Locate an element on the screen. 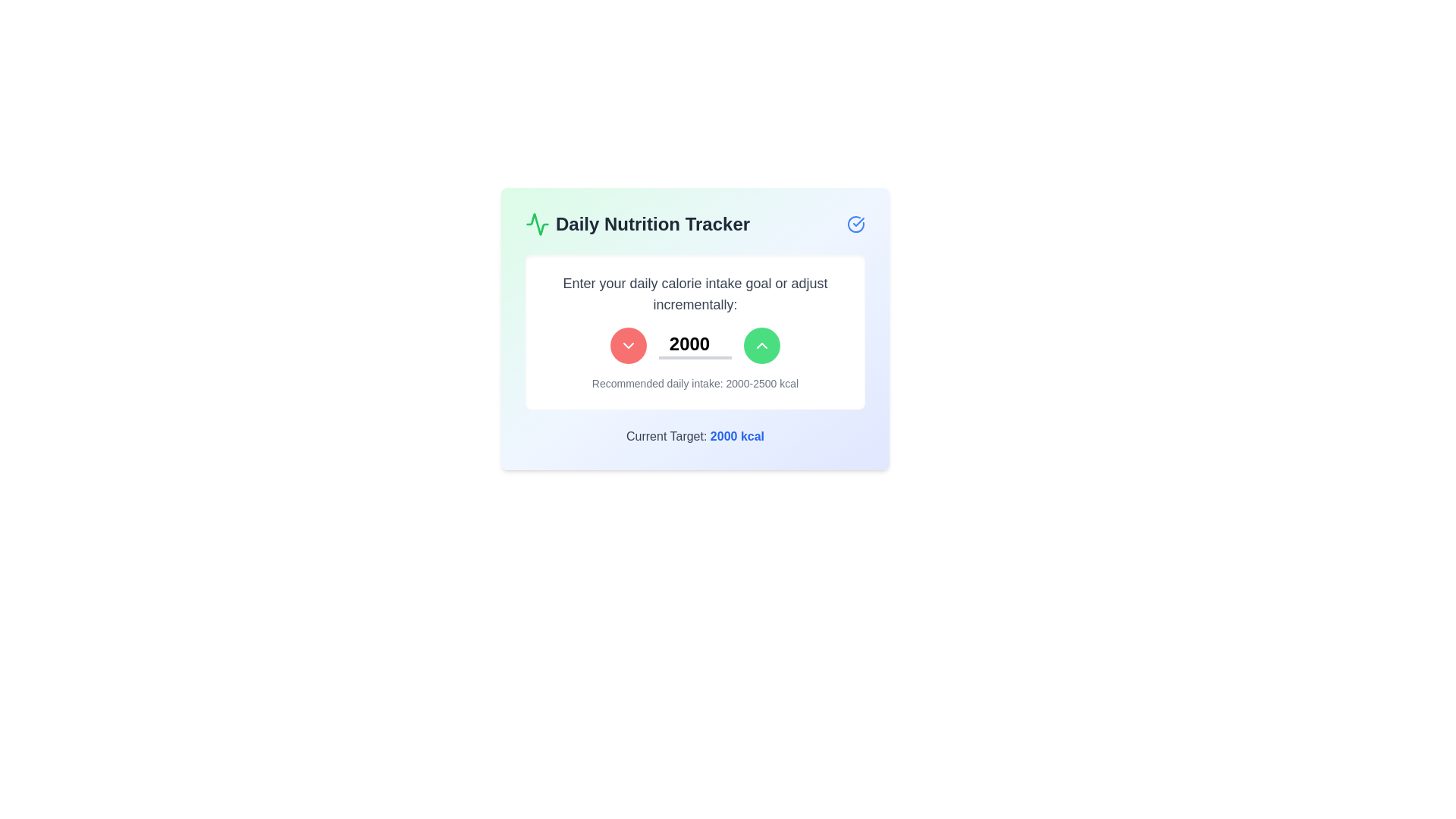 The image size is (1456, 819). the 'Daily Nutrition Tracker' header, which features a bold title and a green line chart icon on its left is located at coordinates (637, 224).